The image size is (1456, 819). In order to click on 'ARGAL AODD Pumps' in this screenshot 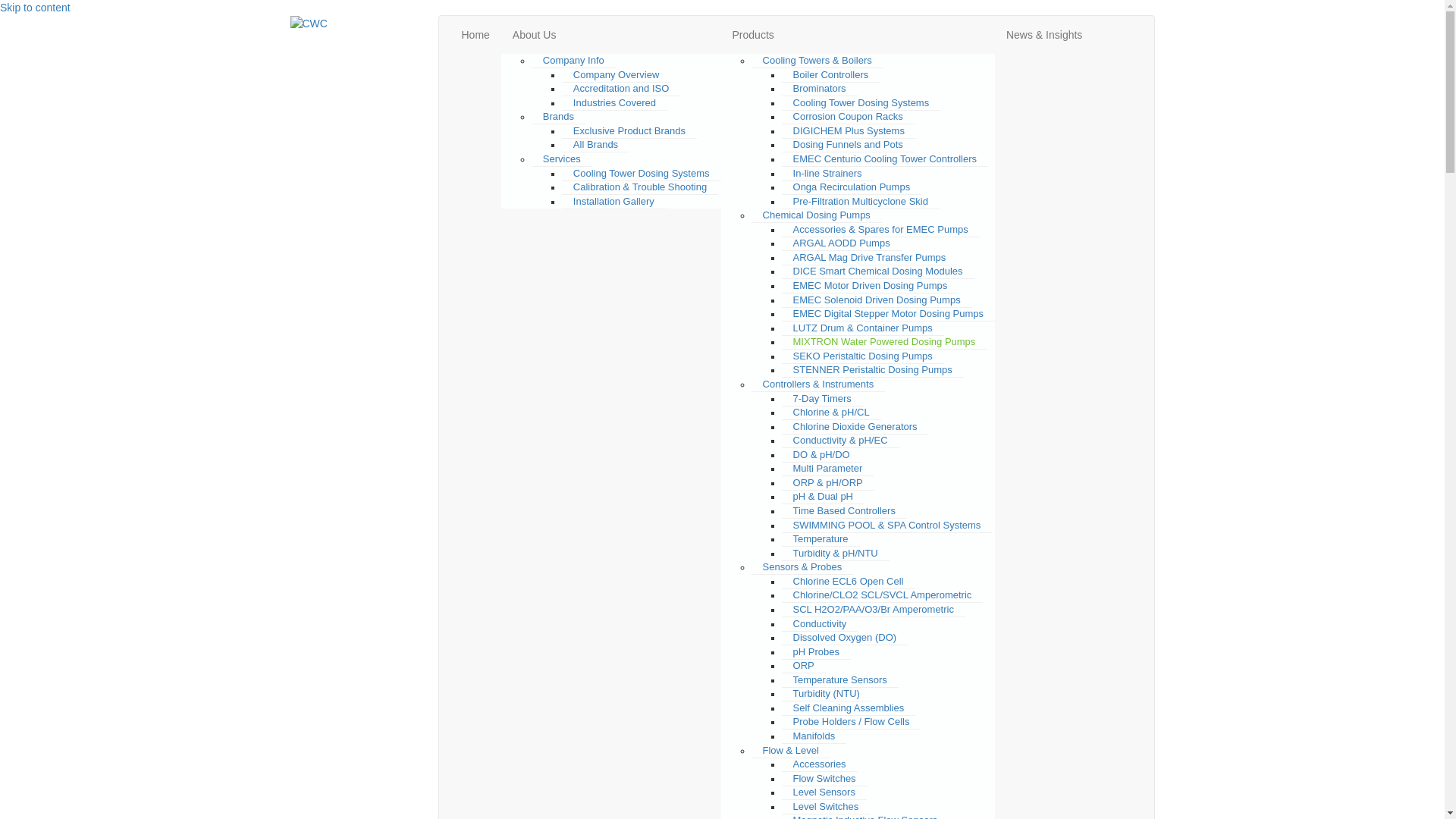, I will do `click(782, 242)`.